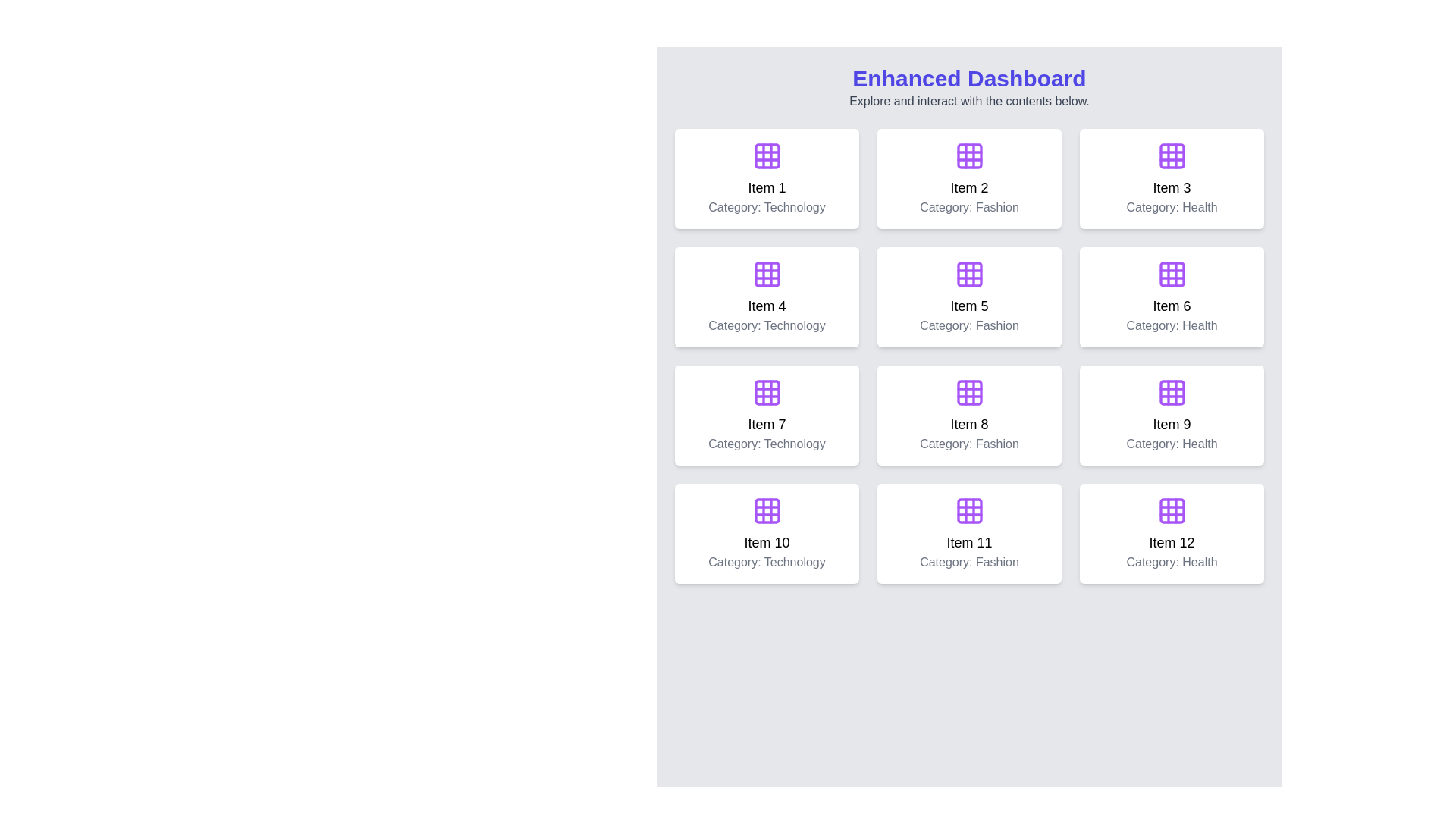 This screenshot has width=1456, height=819. I want to click on the text label displaying the title of the content represented by the card for 'Item 8' in the 'Fashion' category, which is located near the center of the card, so click(968, 424).